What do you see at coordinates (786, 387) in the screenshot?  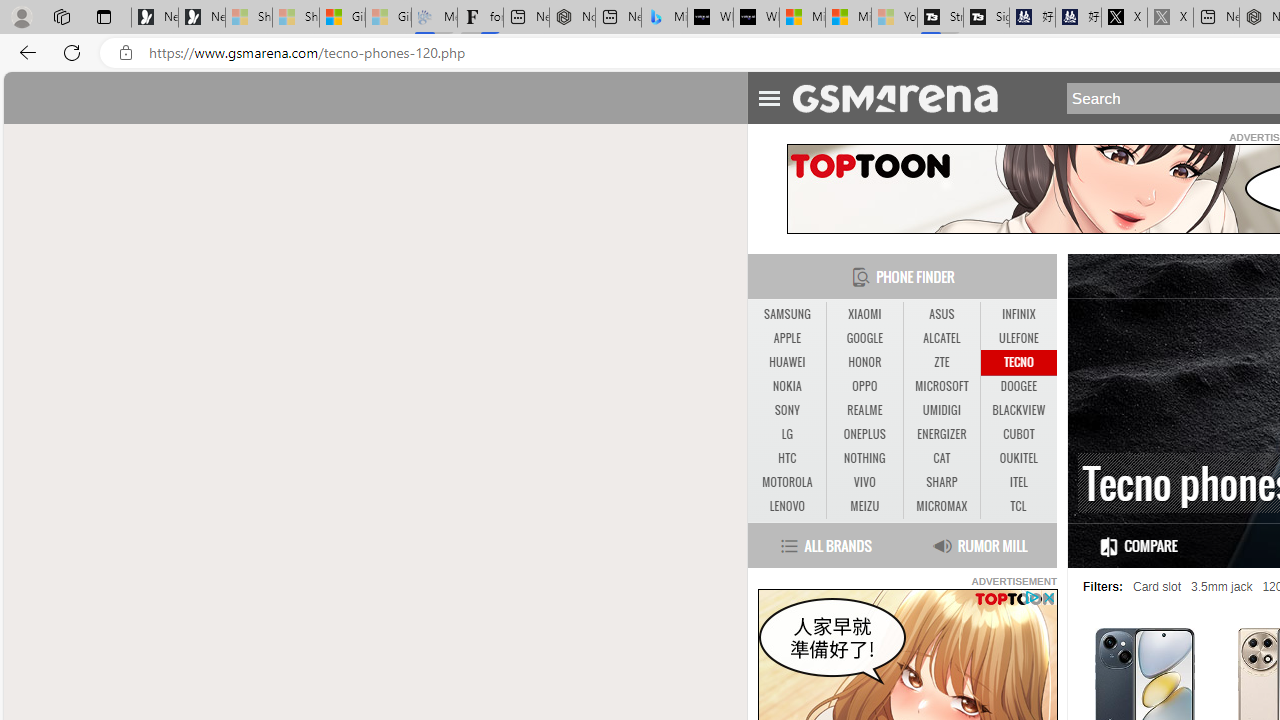 I see `'NOKIA'` at bounding box center [786, 387].